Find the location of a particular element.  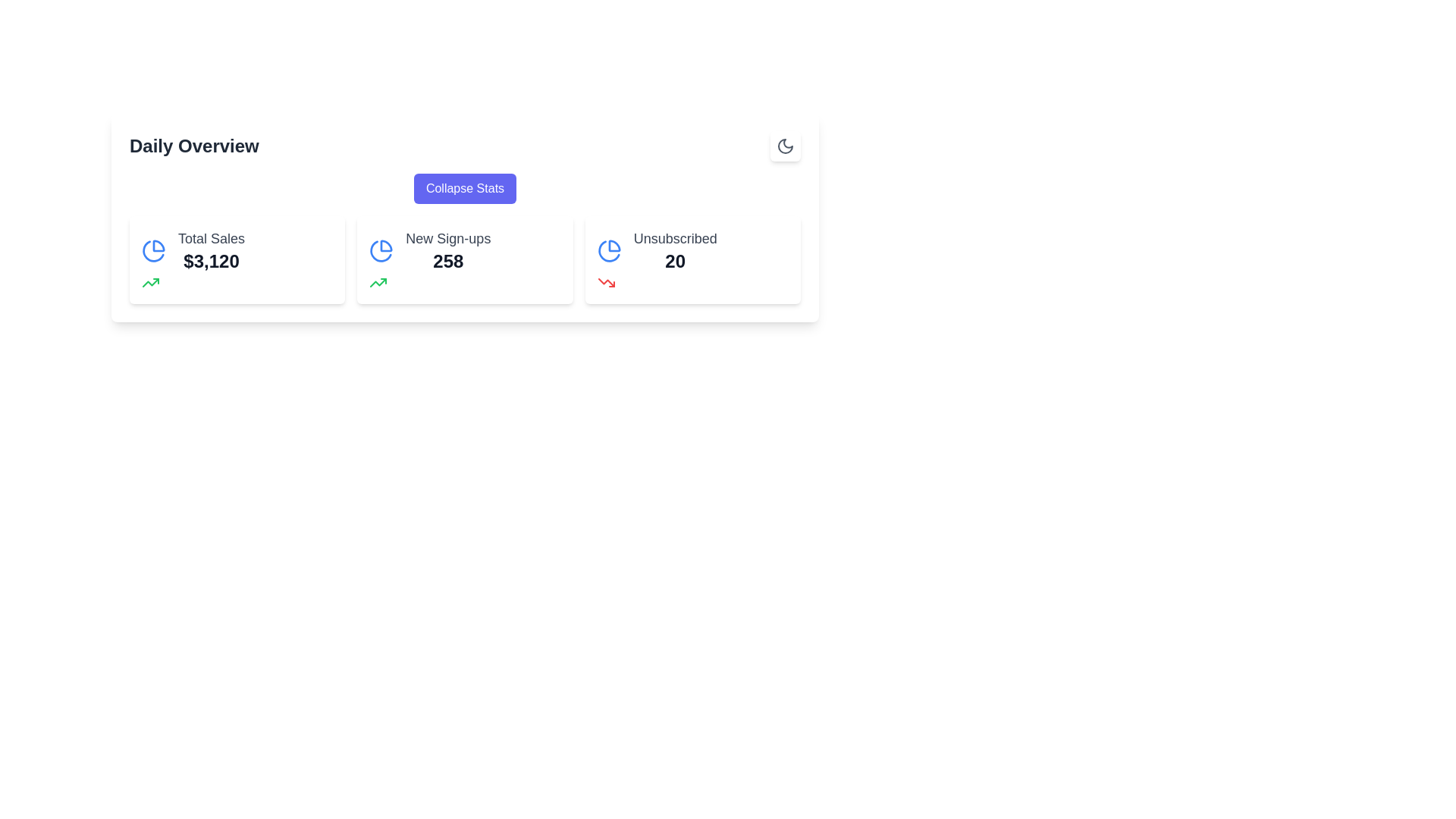

the moon-shaped button located at the upper-right corner of the 'Daily Overview' section is located at coordinates (786, 146).